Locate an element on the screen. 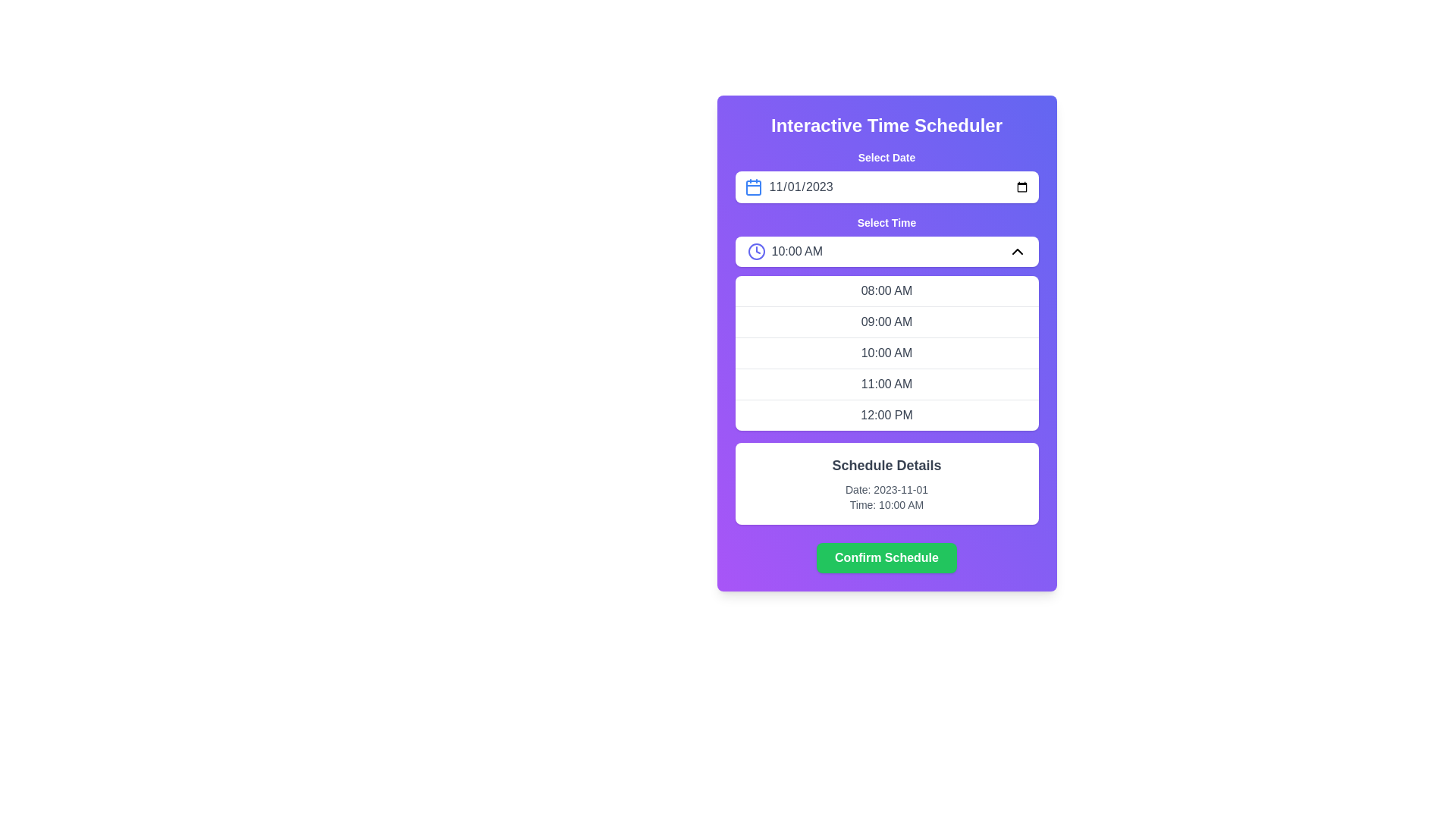 The width and height of the screenshot is (1456, 819). the selectable list item for '12:00 PM' in the 'Select Time' dropdown menu is located at coordinates (886, 415).